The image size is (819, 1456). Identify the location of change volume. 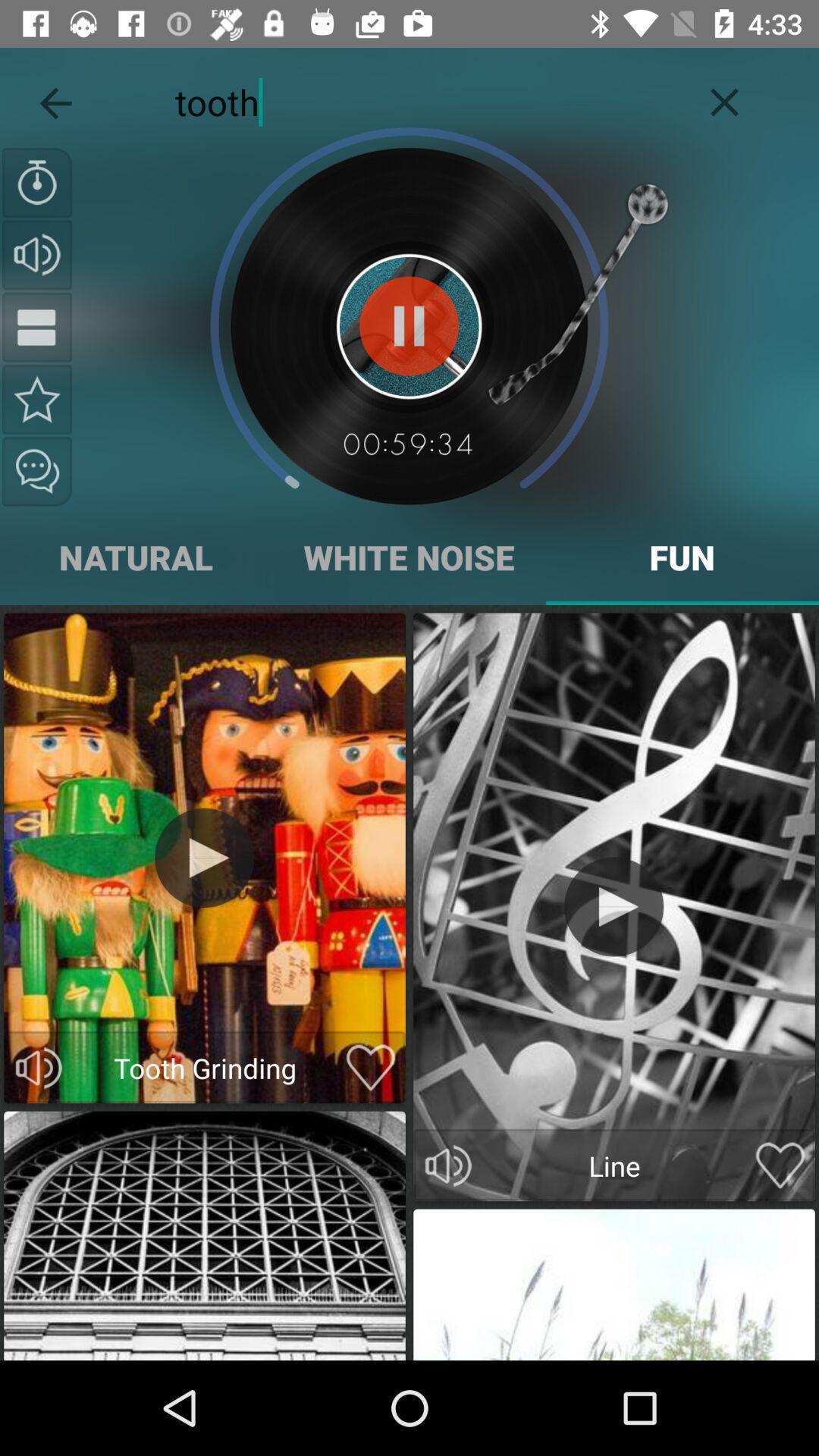
(38, 1067).